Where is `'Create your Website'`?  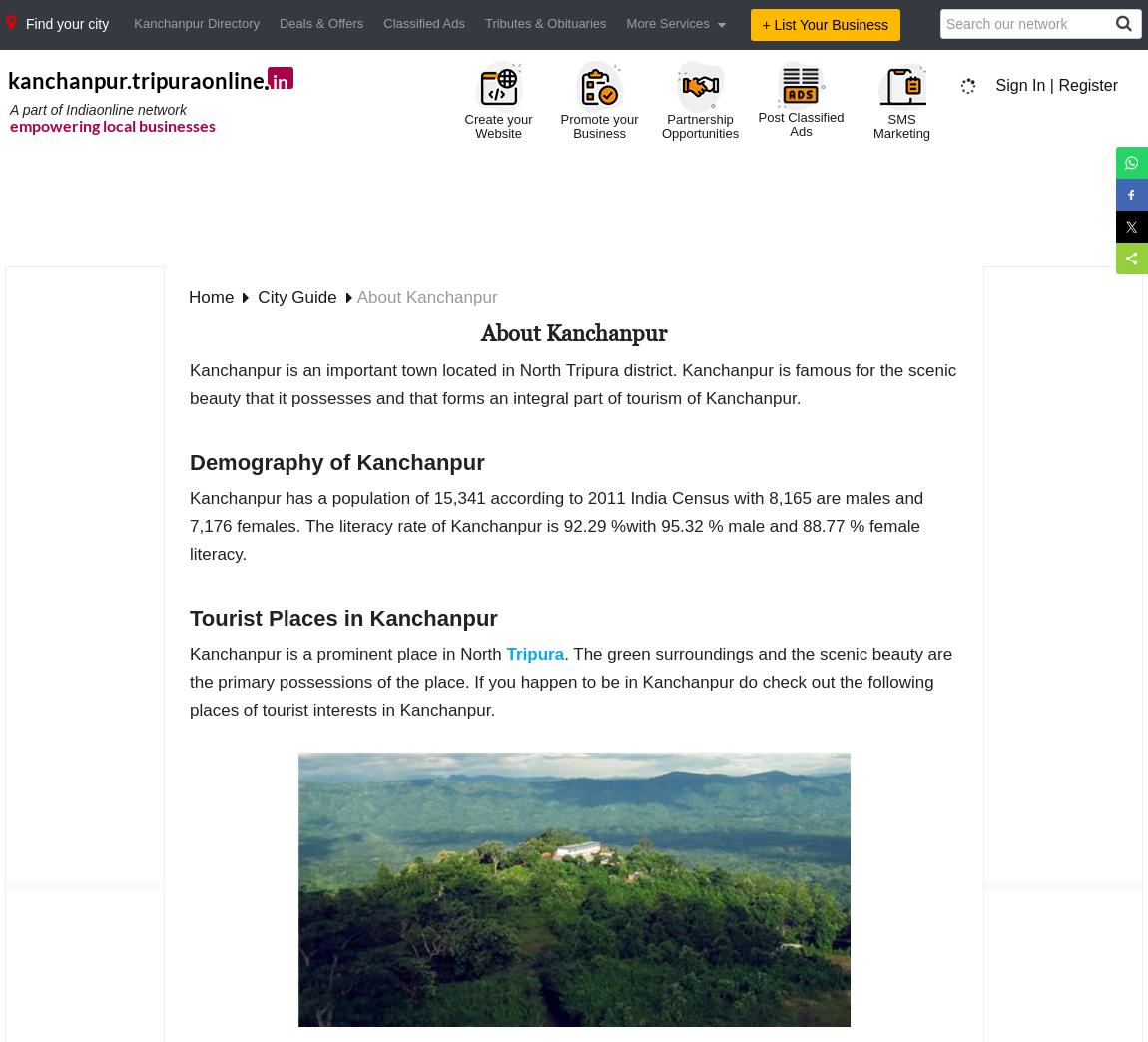
'Create your Website' is located at coordinates (497, 126).